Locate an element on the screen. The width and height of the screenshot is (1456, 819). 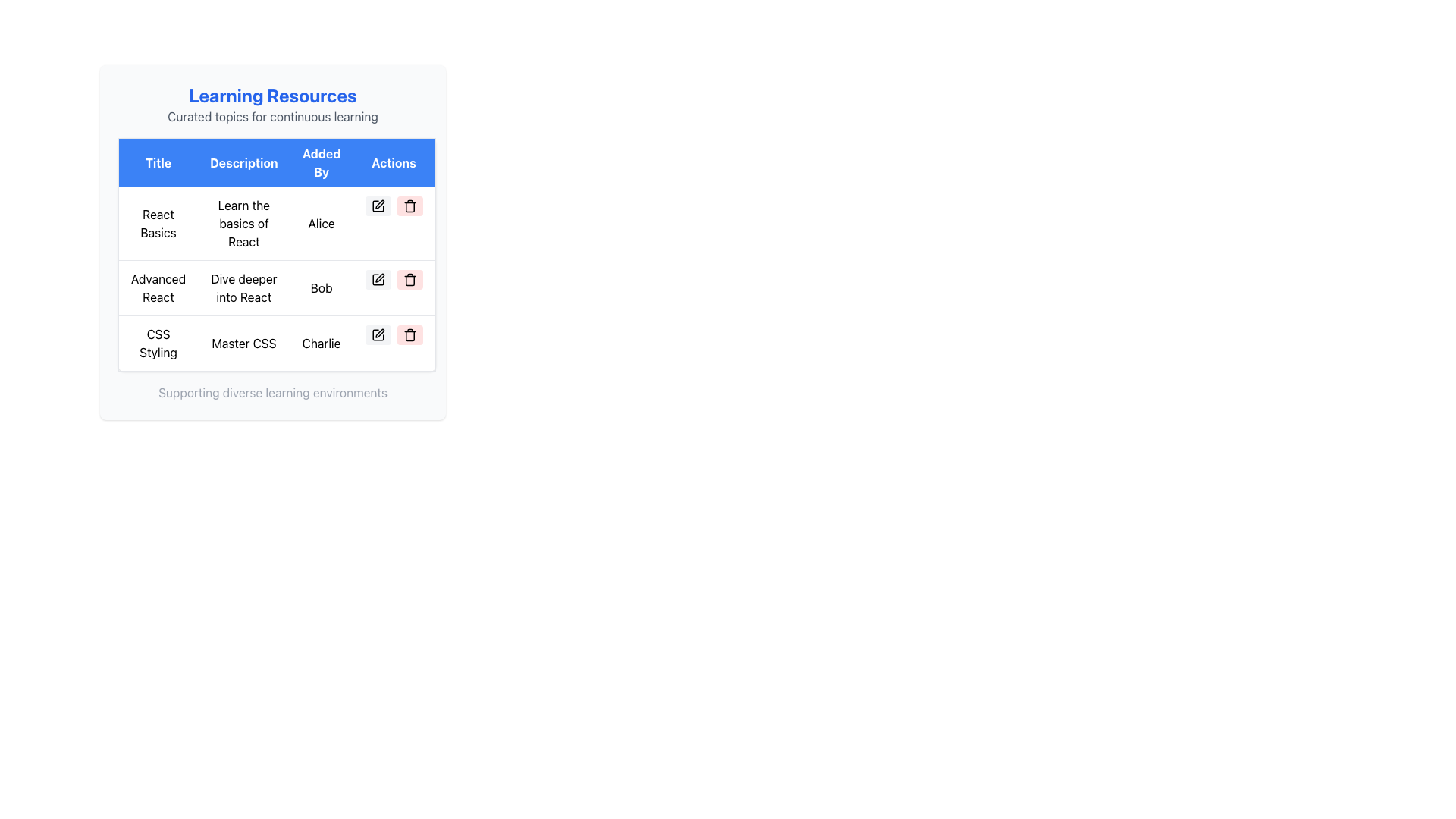
the icon button located in the 'Actions' column of the first row of the data table to initiate editing the corresponding data row is located at coordinates (378, 206).